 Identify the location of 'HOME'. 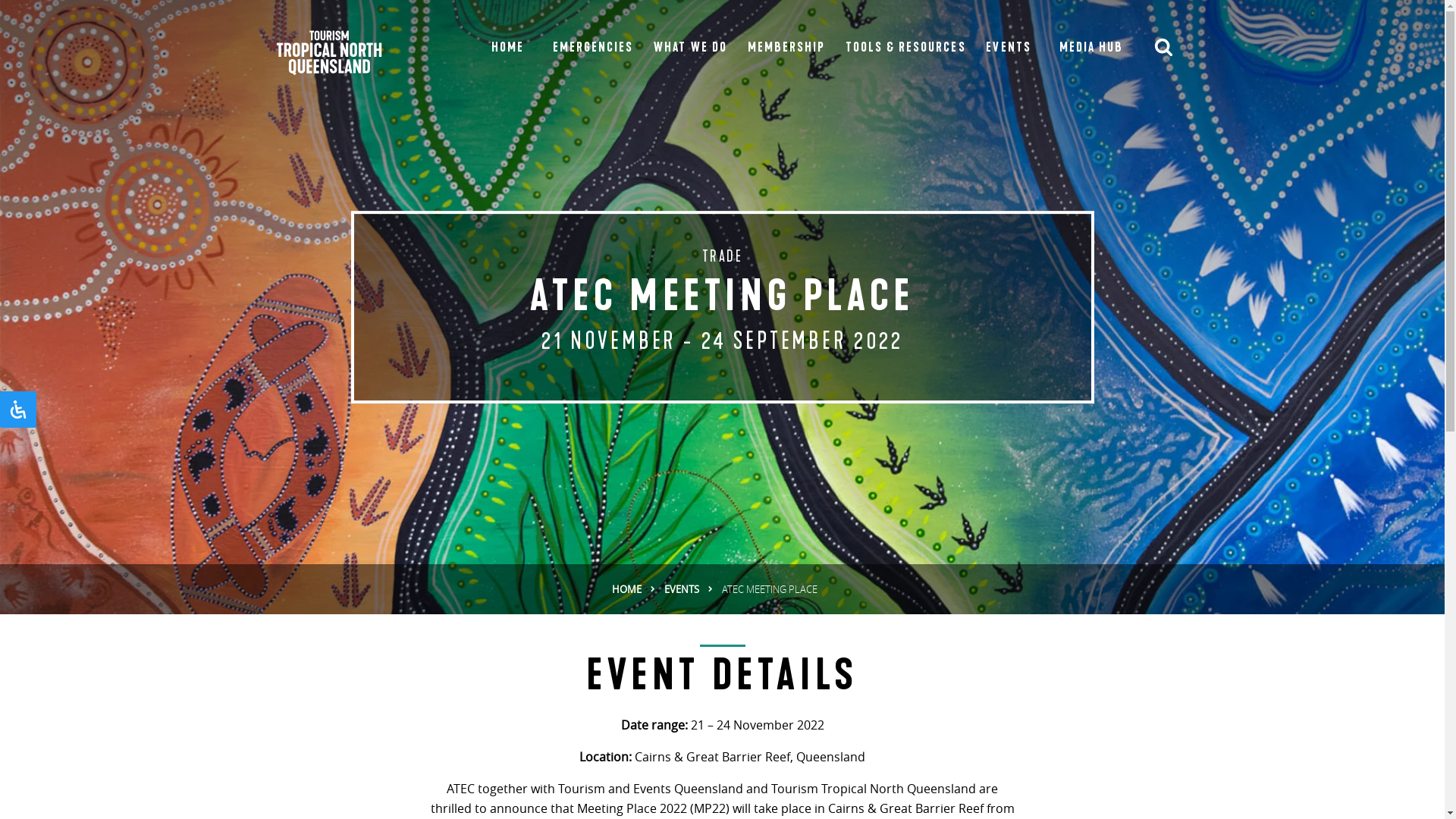
(507, 46).